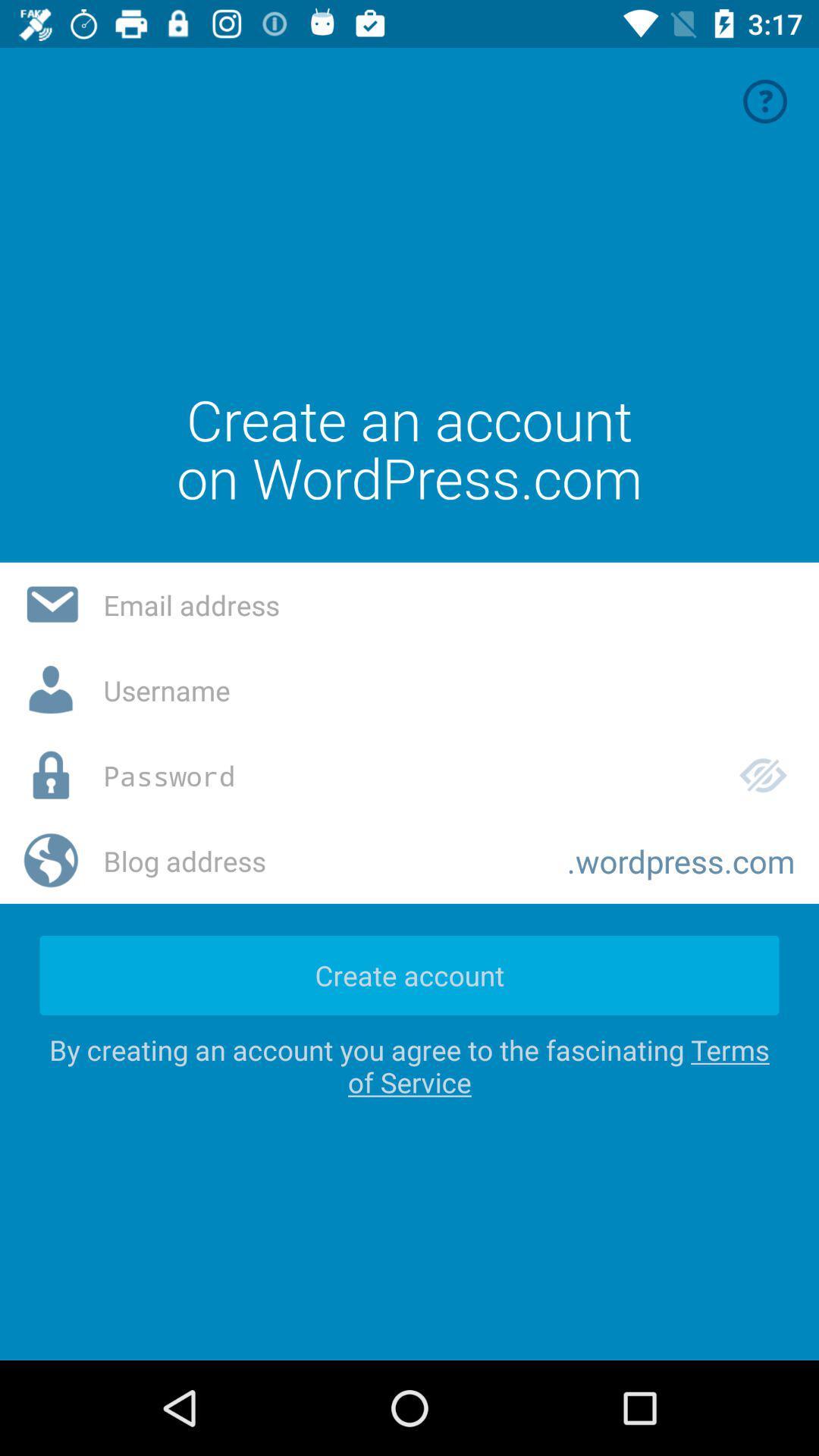 The height and width of the screenshot is (1456, 819). What do you see at coordinates (763, 775) in the screenshot?
I see `the icon which is right to the password` at bounding box center [763, 775].